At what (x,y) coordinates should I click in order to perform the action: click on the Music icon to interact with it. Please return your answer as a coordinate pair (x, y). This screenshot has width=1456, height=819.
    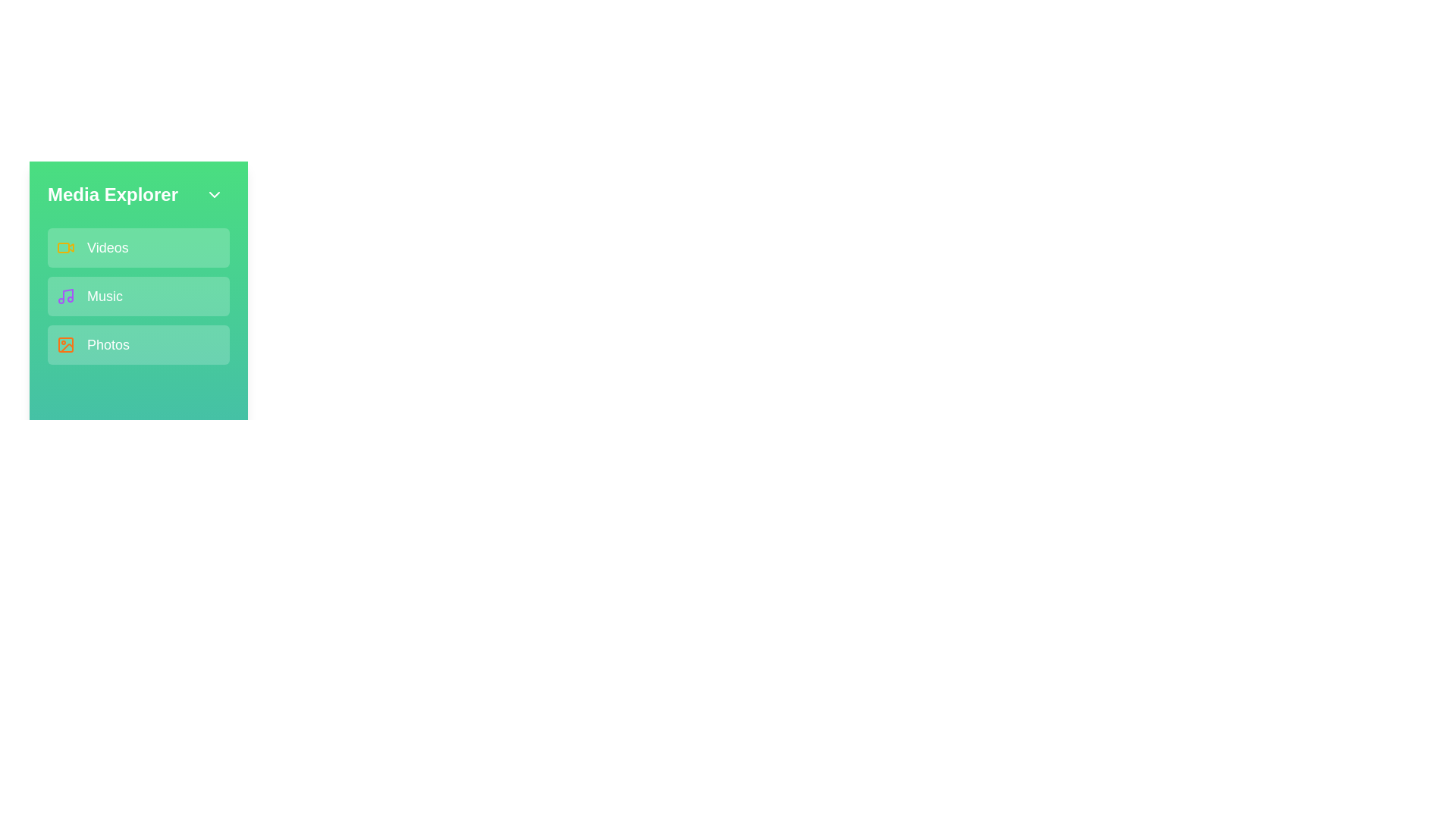
    Looking at the image, I should click on (64, 296).